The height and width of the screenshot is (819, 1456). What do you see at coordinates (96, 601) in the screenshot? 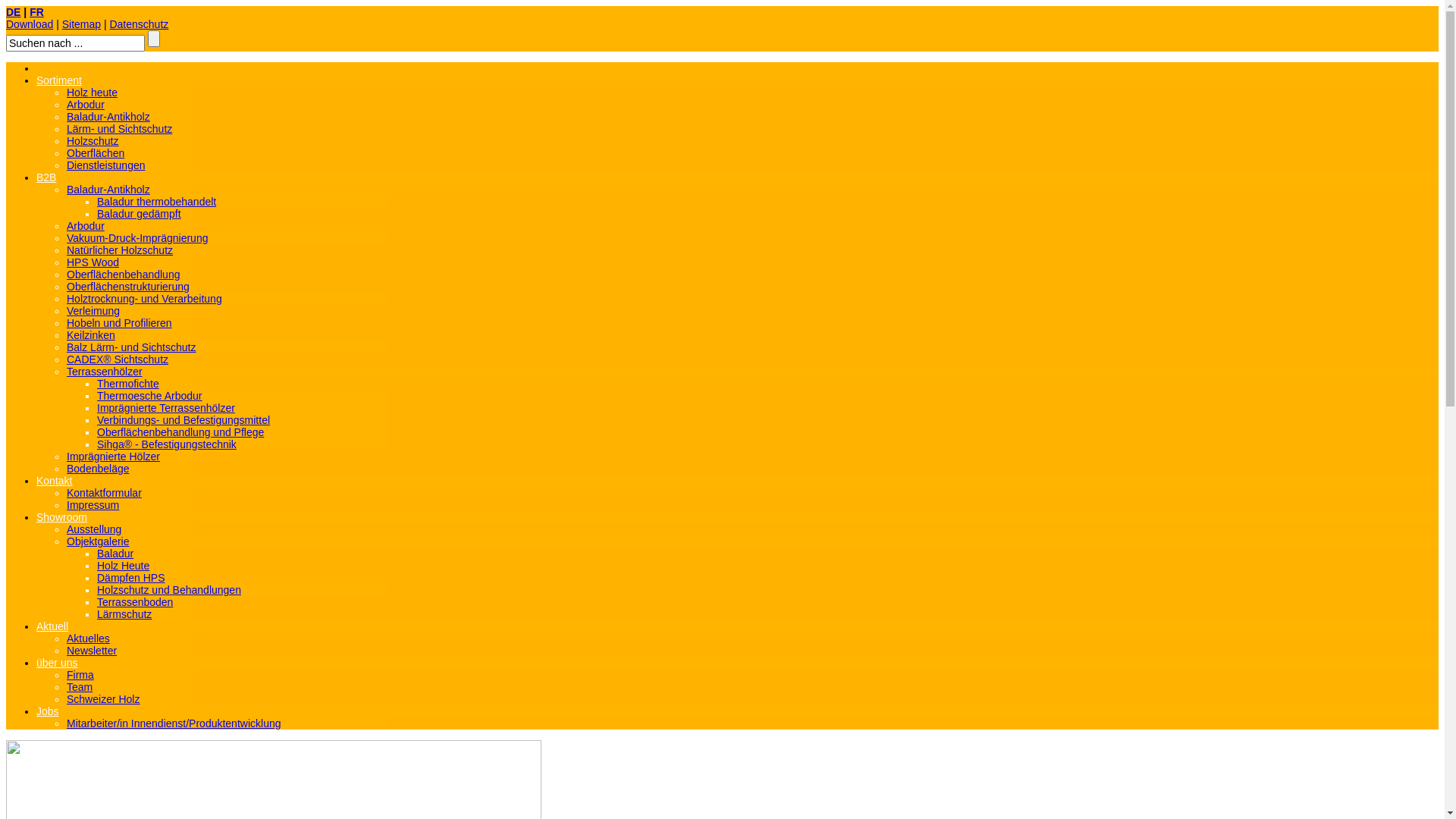
I see `'Terrassenboden'` at bounding box center [96, 601].